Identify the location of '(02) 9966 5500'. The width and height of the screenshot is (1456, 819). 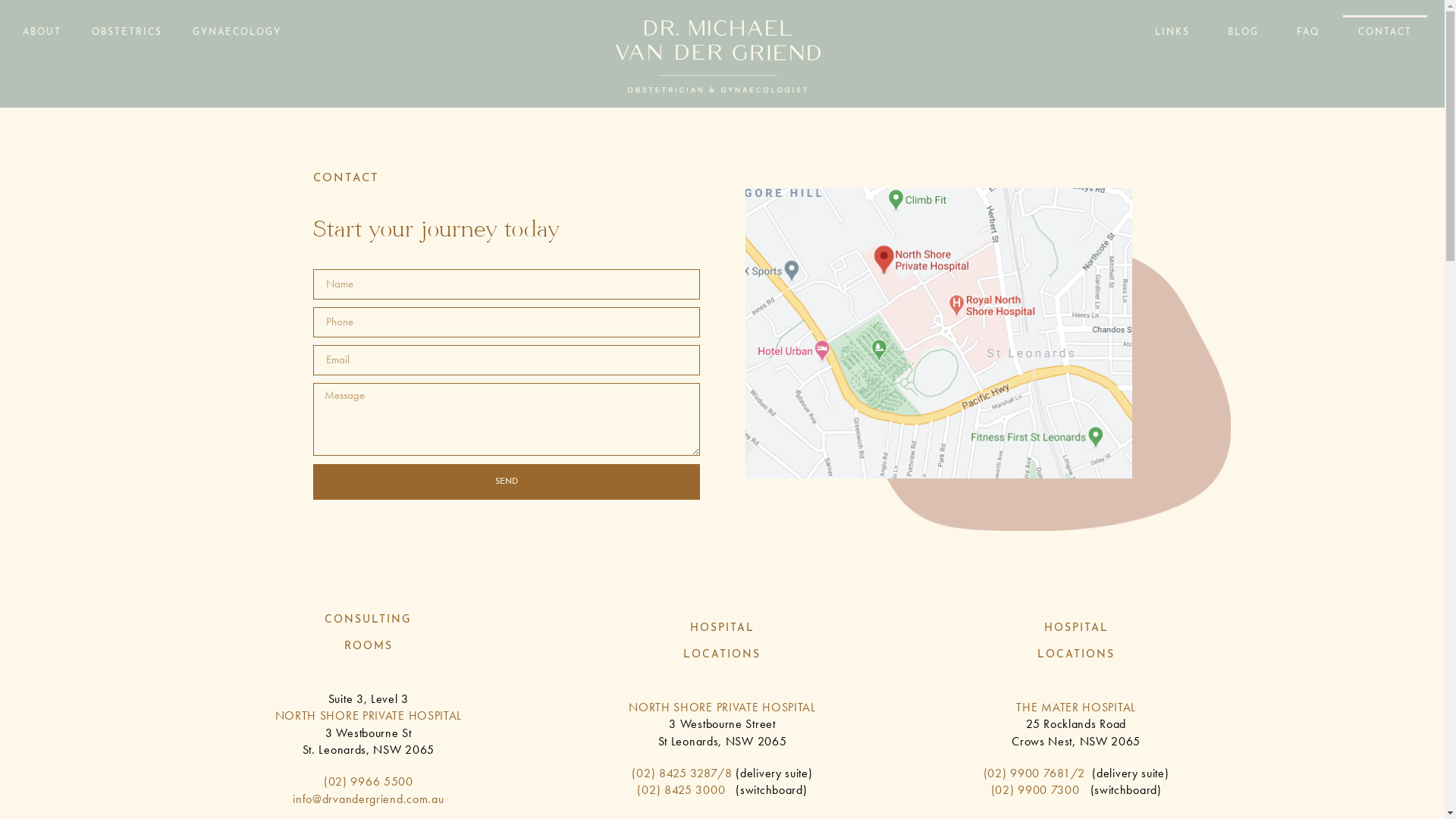
(368, 781).